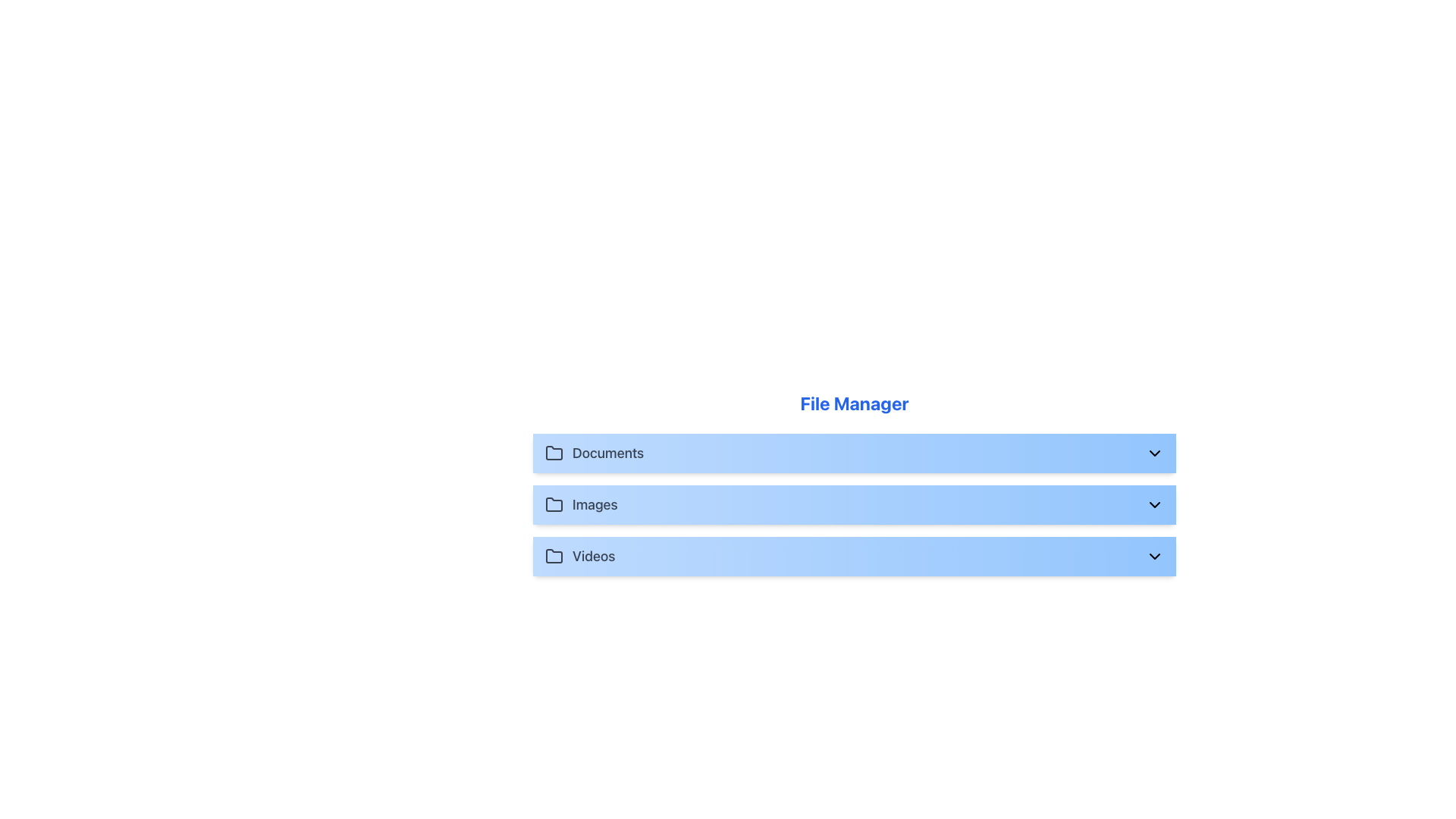 This screenshot has height=819, width=1456. Describe the element at coordinates (553, 555) in the screenshot. I see `the 'Videos' folder icon` at that location.